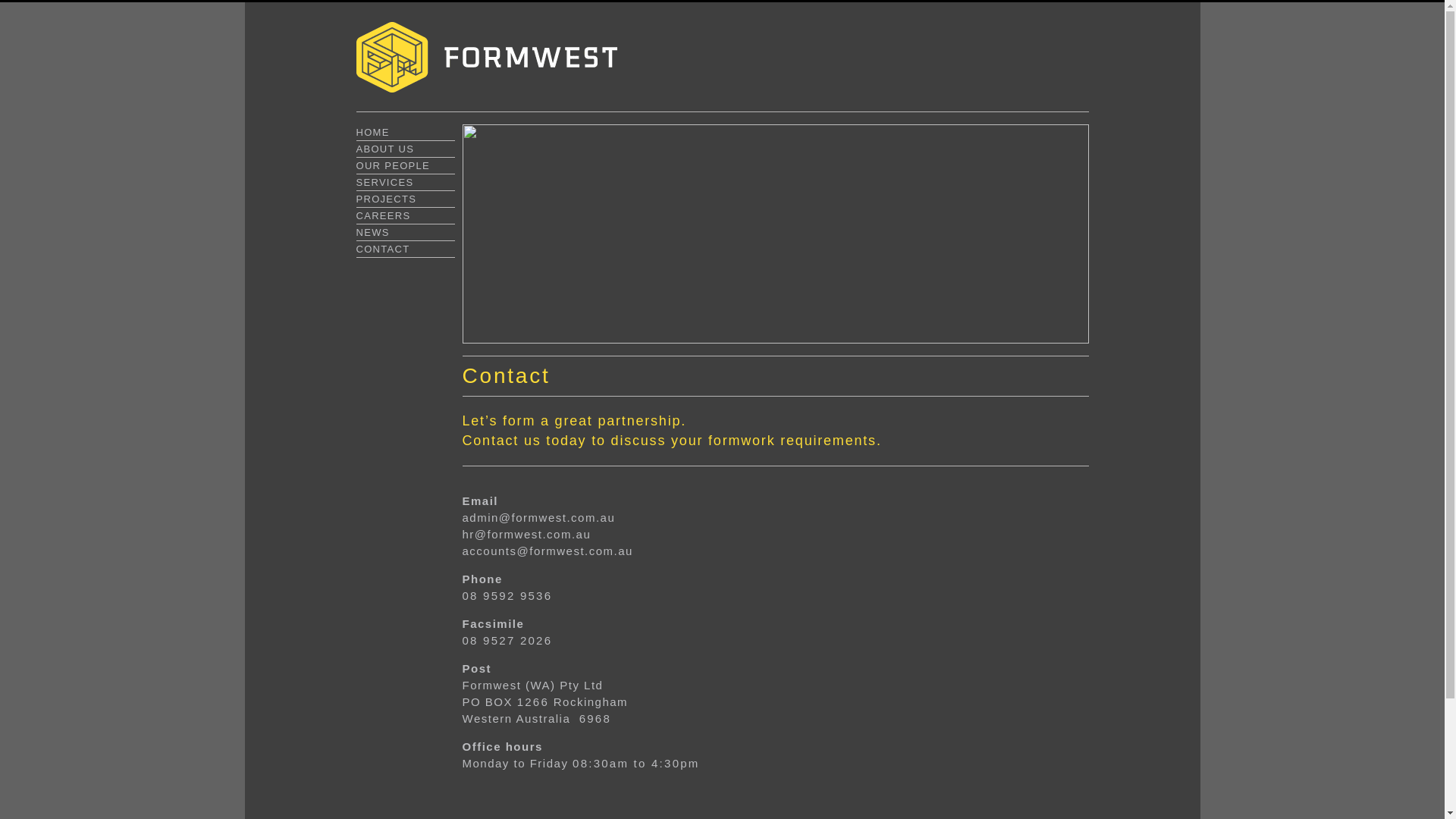  I want to click on 'PROJECTS', so click(386, 196).